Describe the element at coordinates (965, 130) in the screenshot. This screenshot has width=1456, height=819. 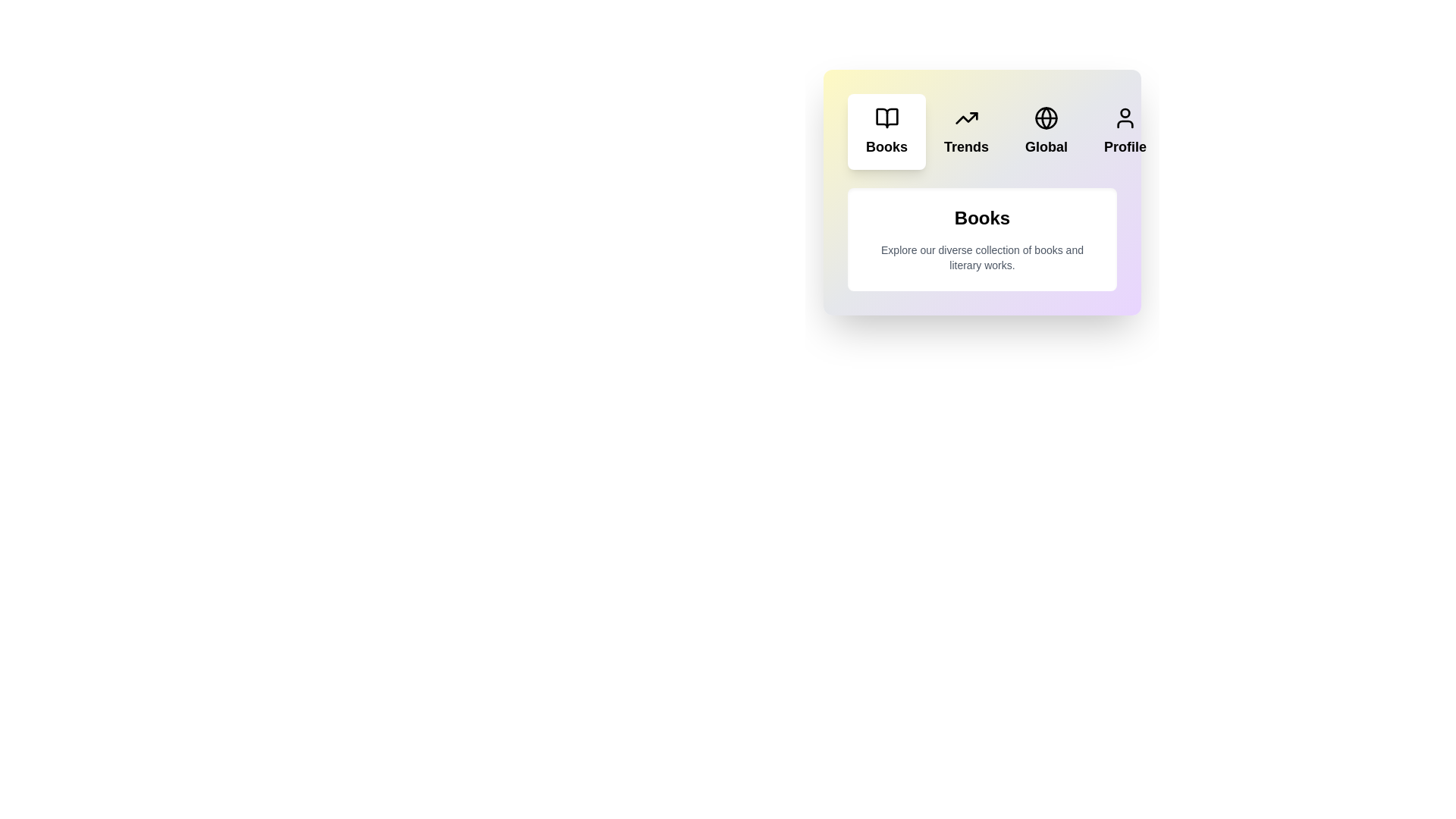
I see `the tab button labeled 'Trends' to observe its visual effect` at that location.